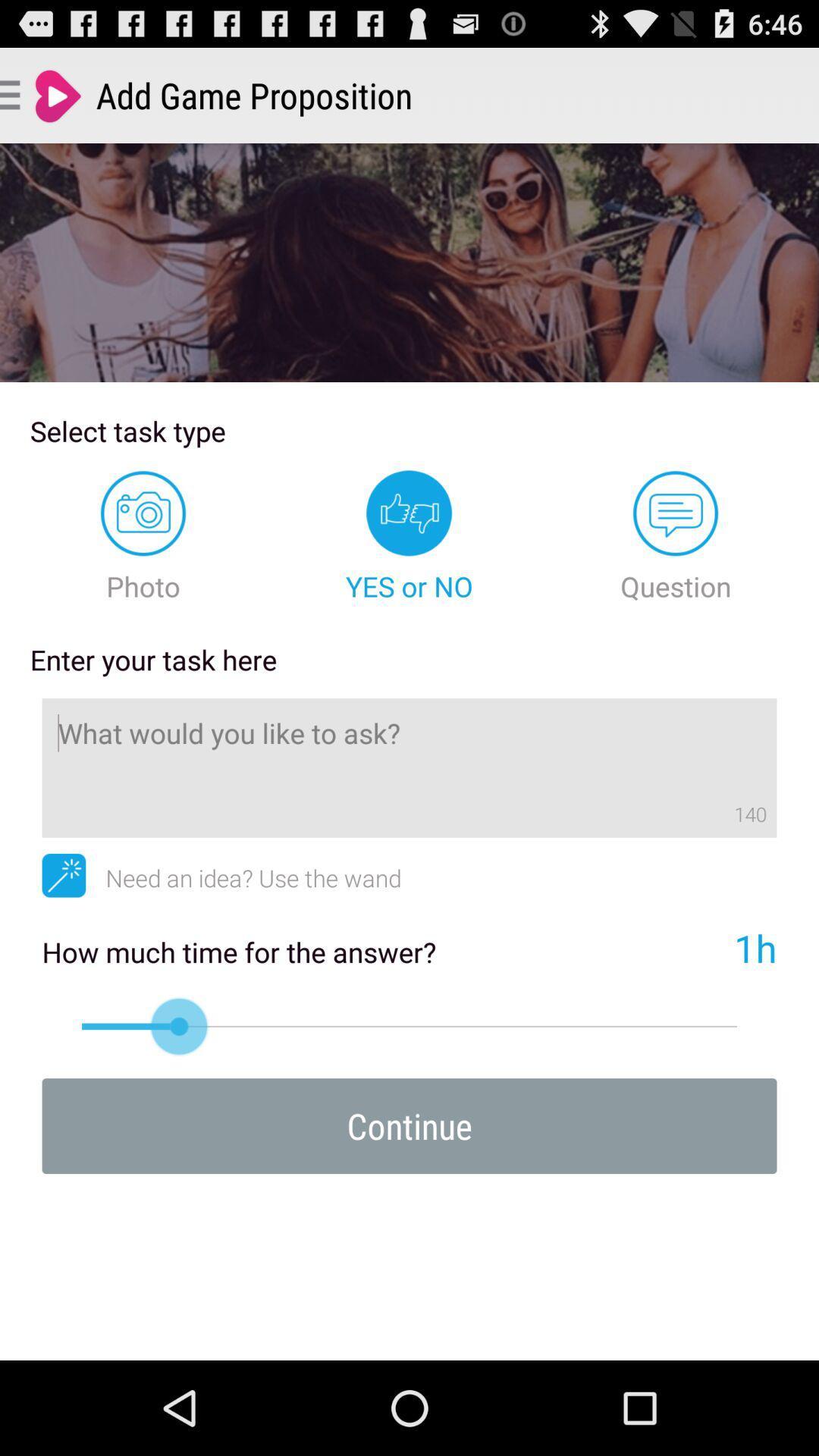  What do you see at coordinates (63, 875) in the screenshot?
I see `the item next to the need an idea item` at bounding box center [63, 875].